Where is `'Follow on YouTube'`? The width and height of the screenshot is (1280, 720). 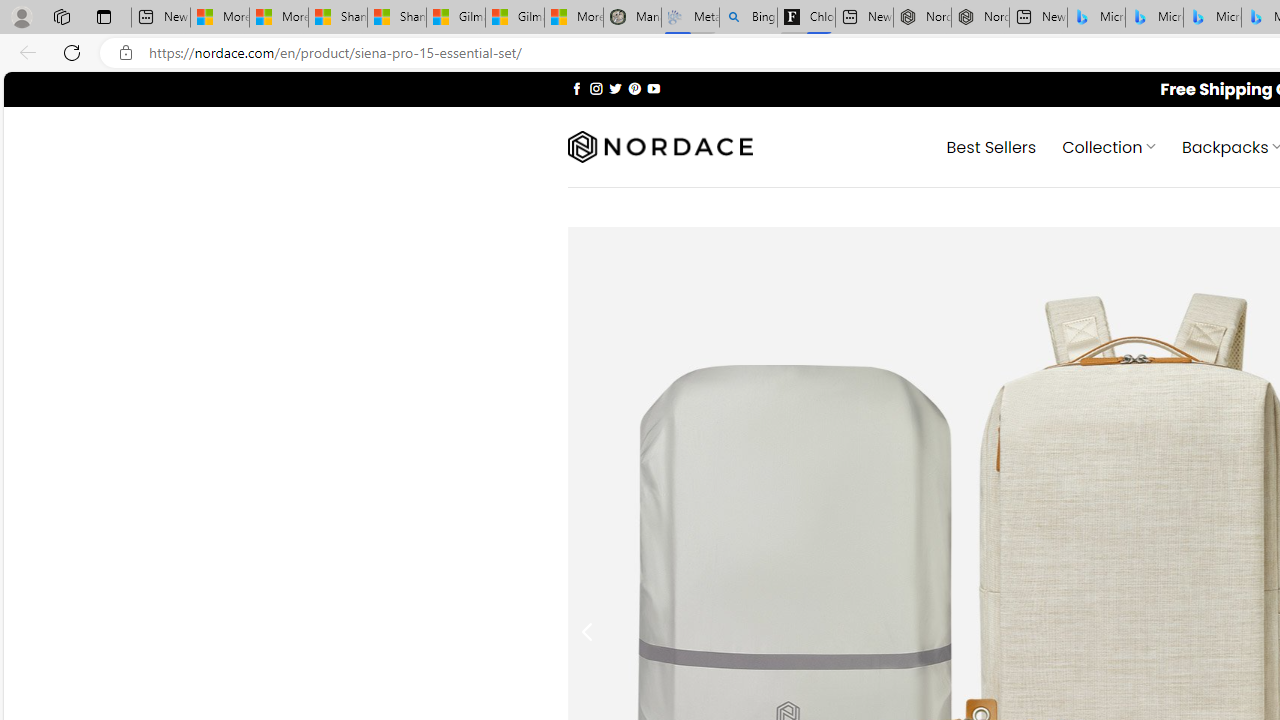
'Follow on YouTube' is located at coordinates (653, 87).